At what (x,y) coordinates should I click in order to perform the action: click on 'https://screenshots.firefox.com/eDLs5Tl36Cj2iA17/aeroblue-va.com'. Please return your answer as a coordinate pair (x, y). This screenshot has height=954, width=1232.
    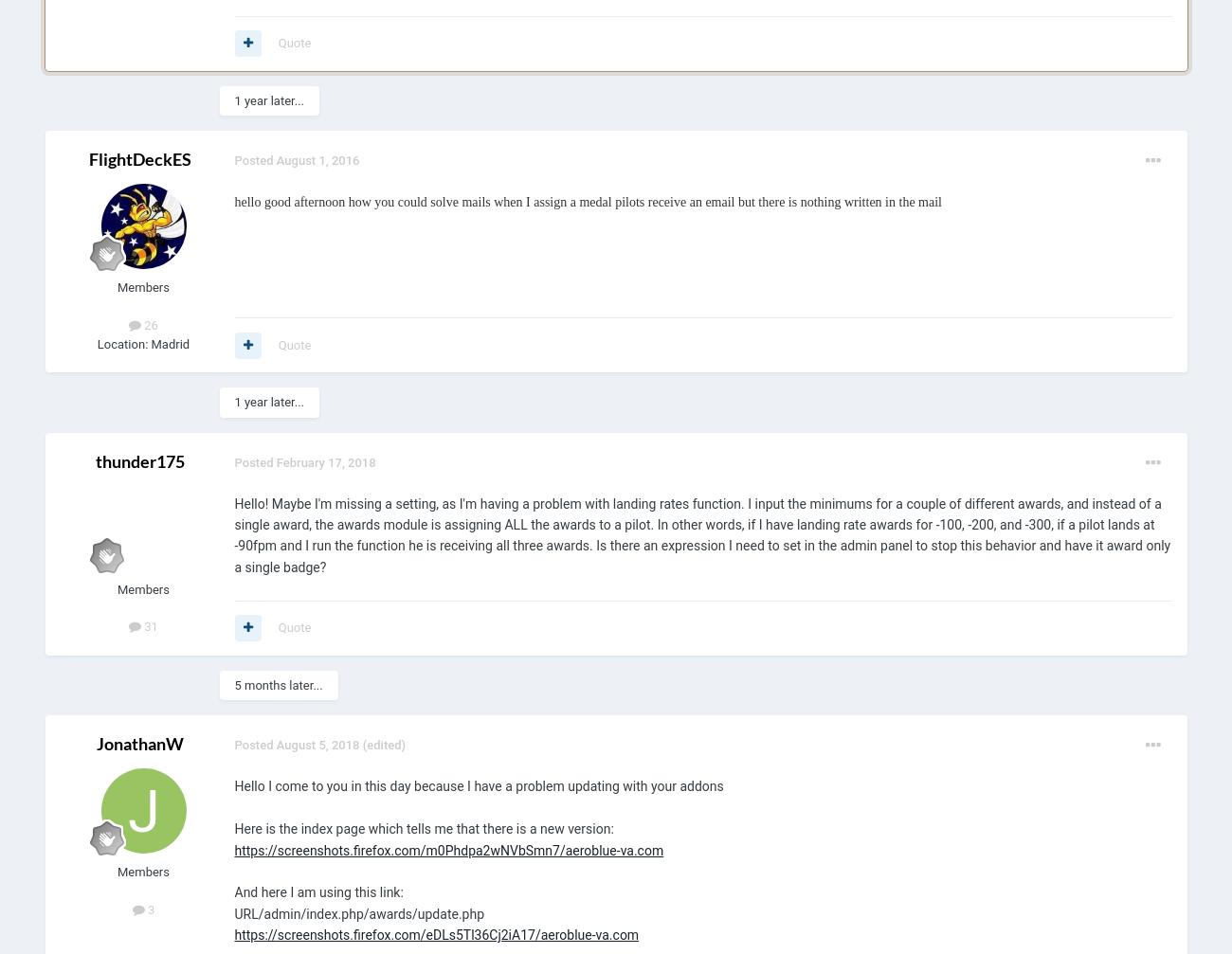
    Looking at the image, I should click on (233, 933).